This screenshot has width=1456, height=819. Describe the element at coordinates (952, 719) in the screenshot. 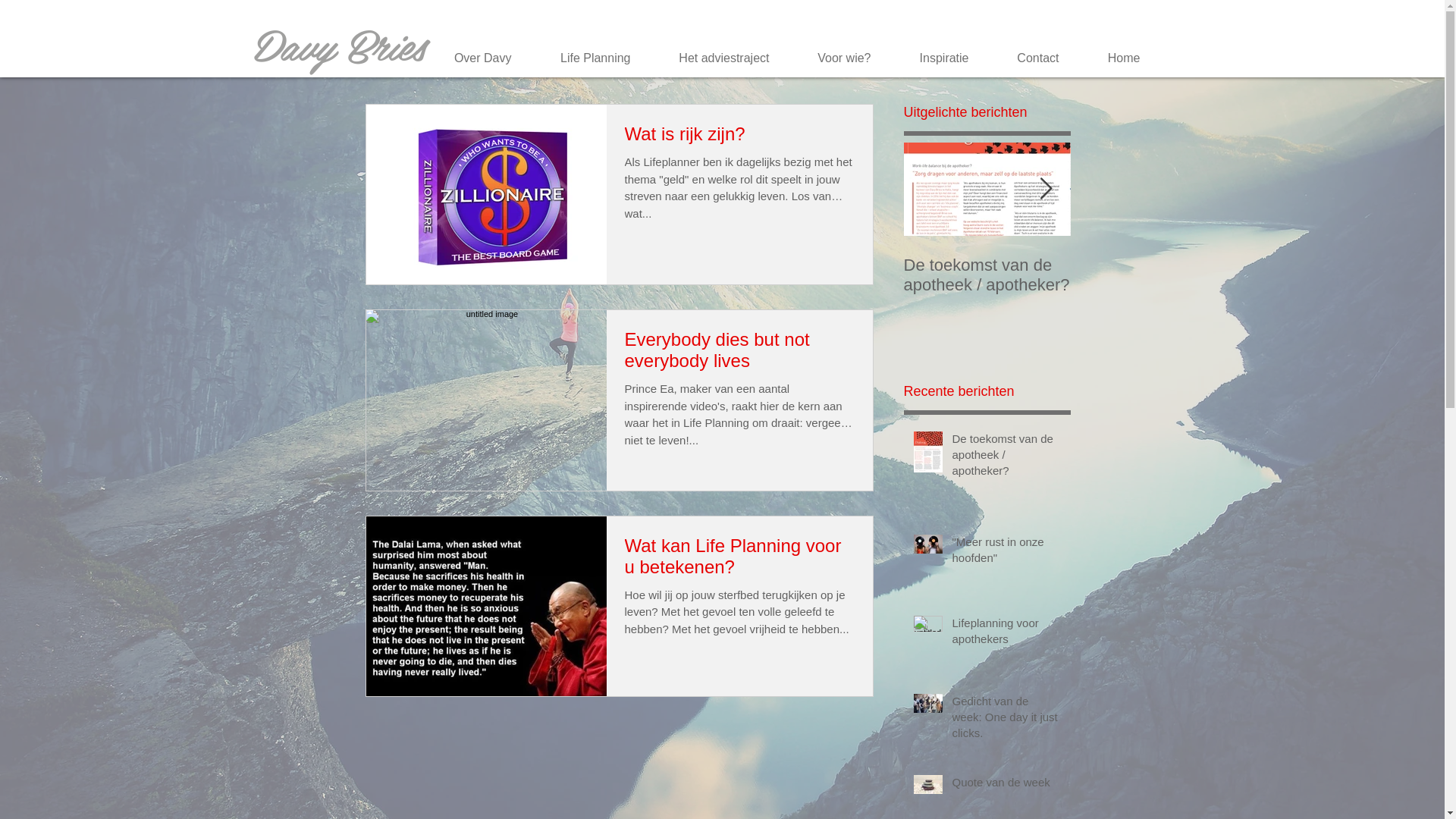

I see `'Gedicht van de week: One day it just clicks.'` at that location.